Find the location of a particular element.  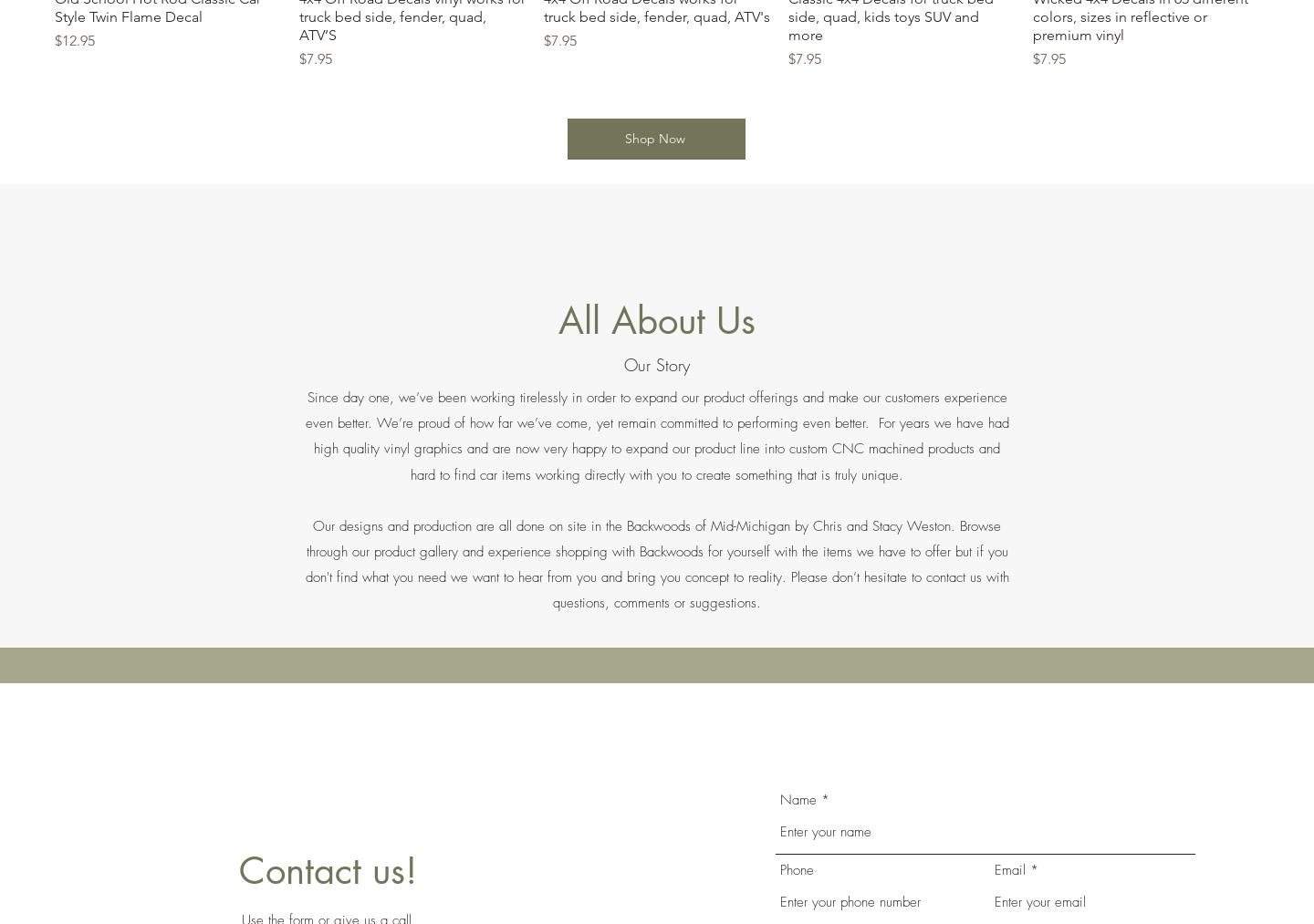

'Our designs and production are all done on site in the Backwoods of Mid-Michigan by Chris and Stacy Weston. Browse through our product gallery and experience shopping with Backwoods for yourself with the items we have to offer but if you don't find what you need we want to hear from you and bring you concept to reality. Please don’t hesitate to contact us with questions, comments or suggestions.' is located at coordinates (656, 563).